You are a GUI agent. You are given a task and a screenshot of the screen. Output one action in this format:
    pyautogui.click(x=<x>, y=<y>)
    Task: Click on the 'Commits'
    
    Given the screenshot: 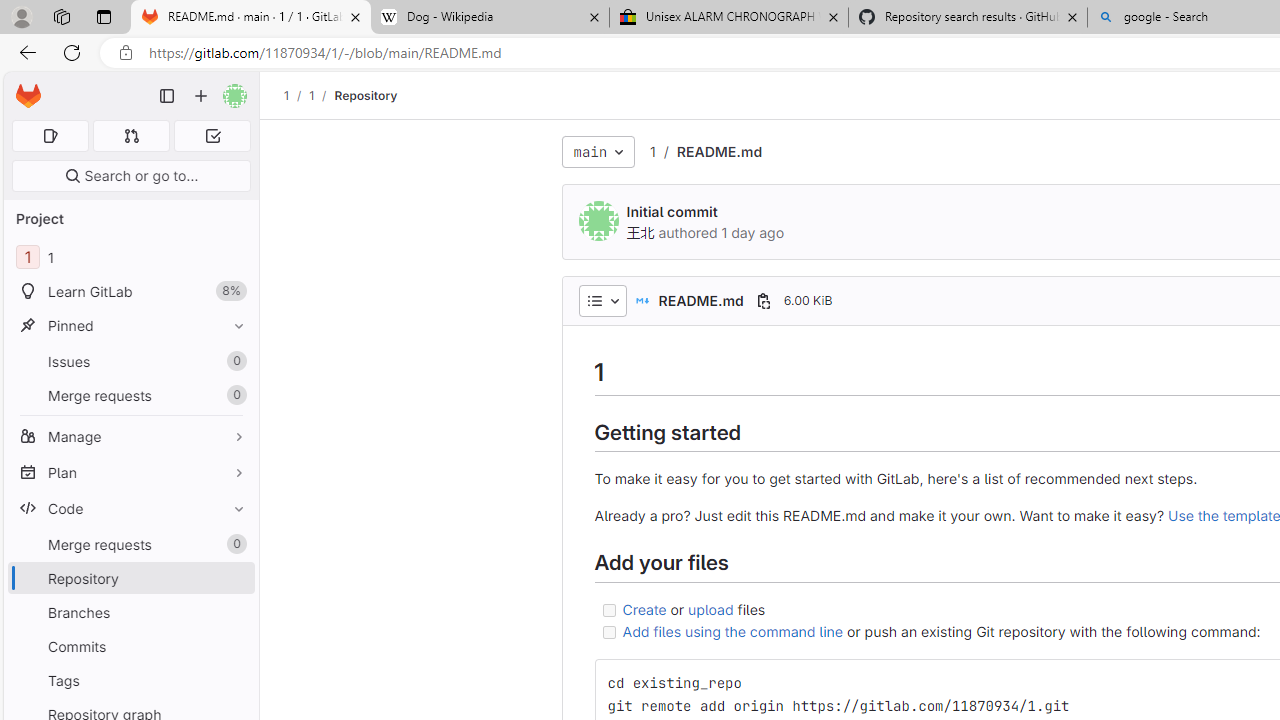 What is the action you would take?
    pyautogui.click(x=130, y=646)
    